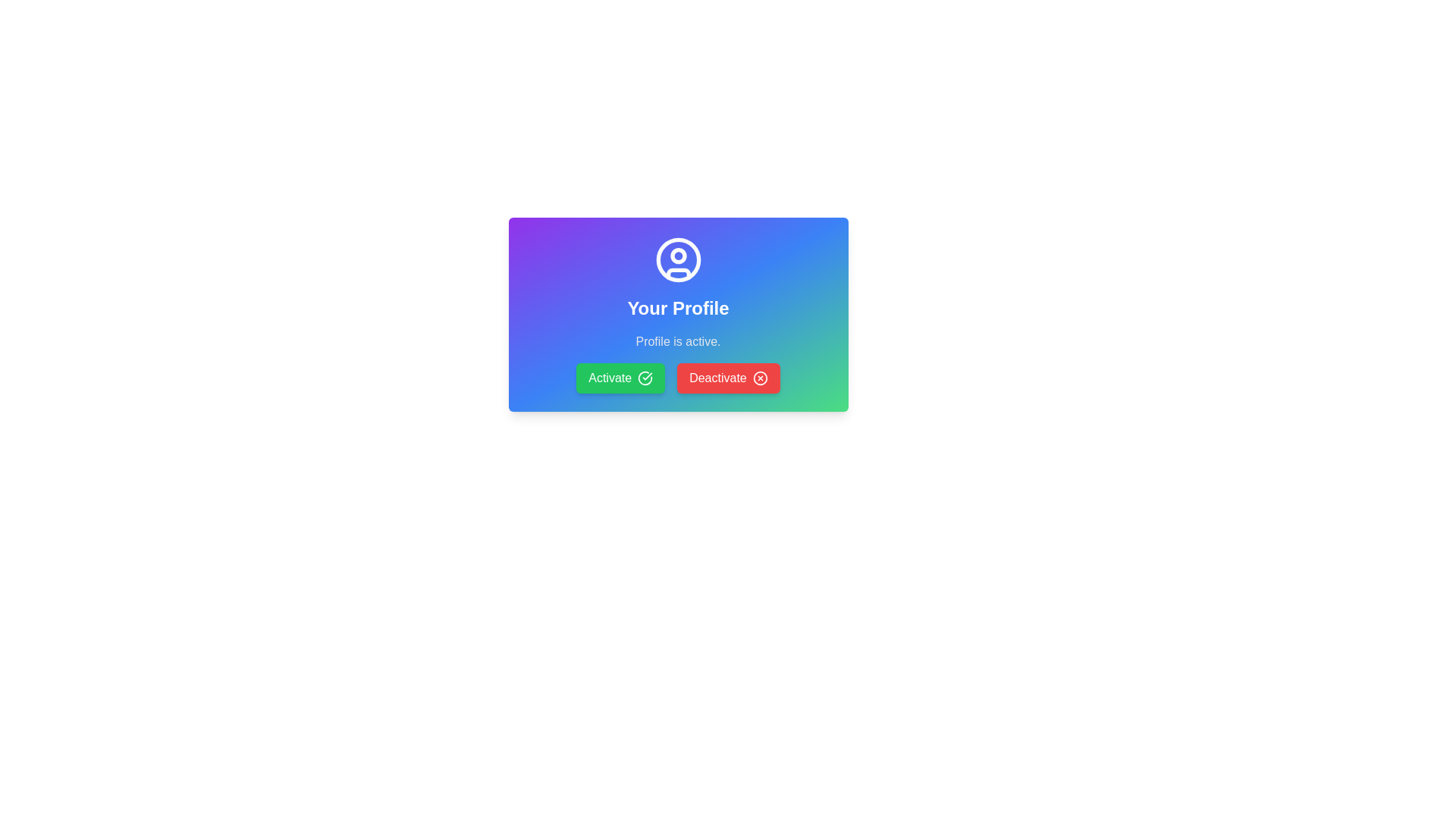 This screenshot has width=1456, height=819. What do you see at coordinates (677, 255) in the screenshot?
I see `the circular graphical shape element that represents the head within the user icon, located at the top-center of the interface labeled 'Your Profile'` at bounding box center [677, 255].